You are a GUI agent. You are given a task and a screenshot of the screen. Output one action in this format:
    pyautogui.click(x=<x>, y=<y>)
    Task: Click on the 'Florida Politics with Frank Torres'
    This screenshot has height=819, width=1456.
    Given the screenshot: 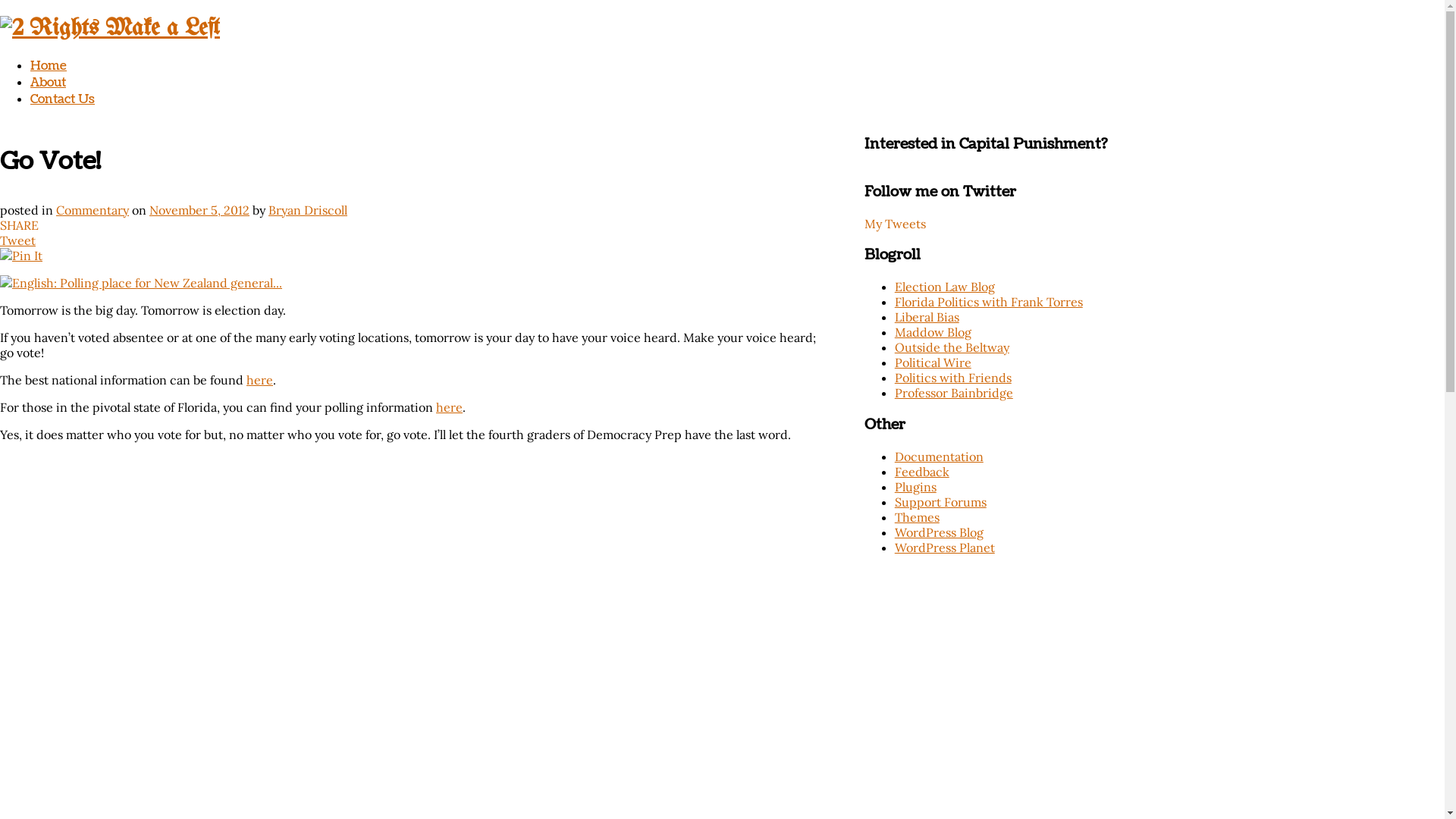 What is the action you would take?
    pyautogui.click(x=989, y=301)
    